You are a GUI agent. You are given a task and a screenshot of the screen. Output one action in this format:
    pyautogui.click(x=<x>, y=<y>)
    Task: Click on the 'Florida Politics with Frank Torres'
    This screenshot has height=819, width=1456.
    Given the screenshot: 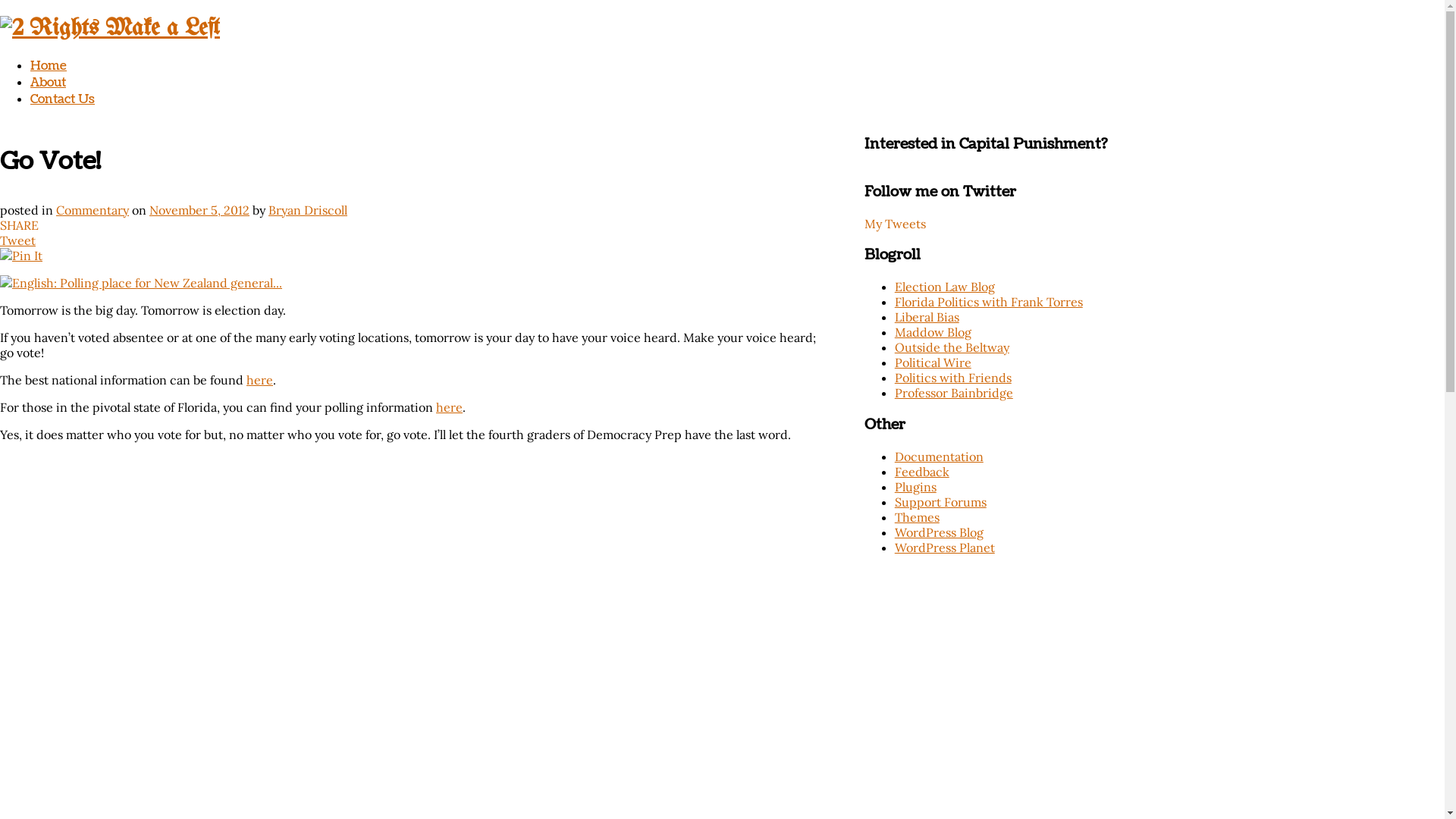 What is the action you would take?
    pyautogui.click(x=989, y=301)
    